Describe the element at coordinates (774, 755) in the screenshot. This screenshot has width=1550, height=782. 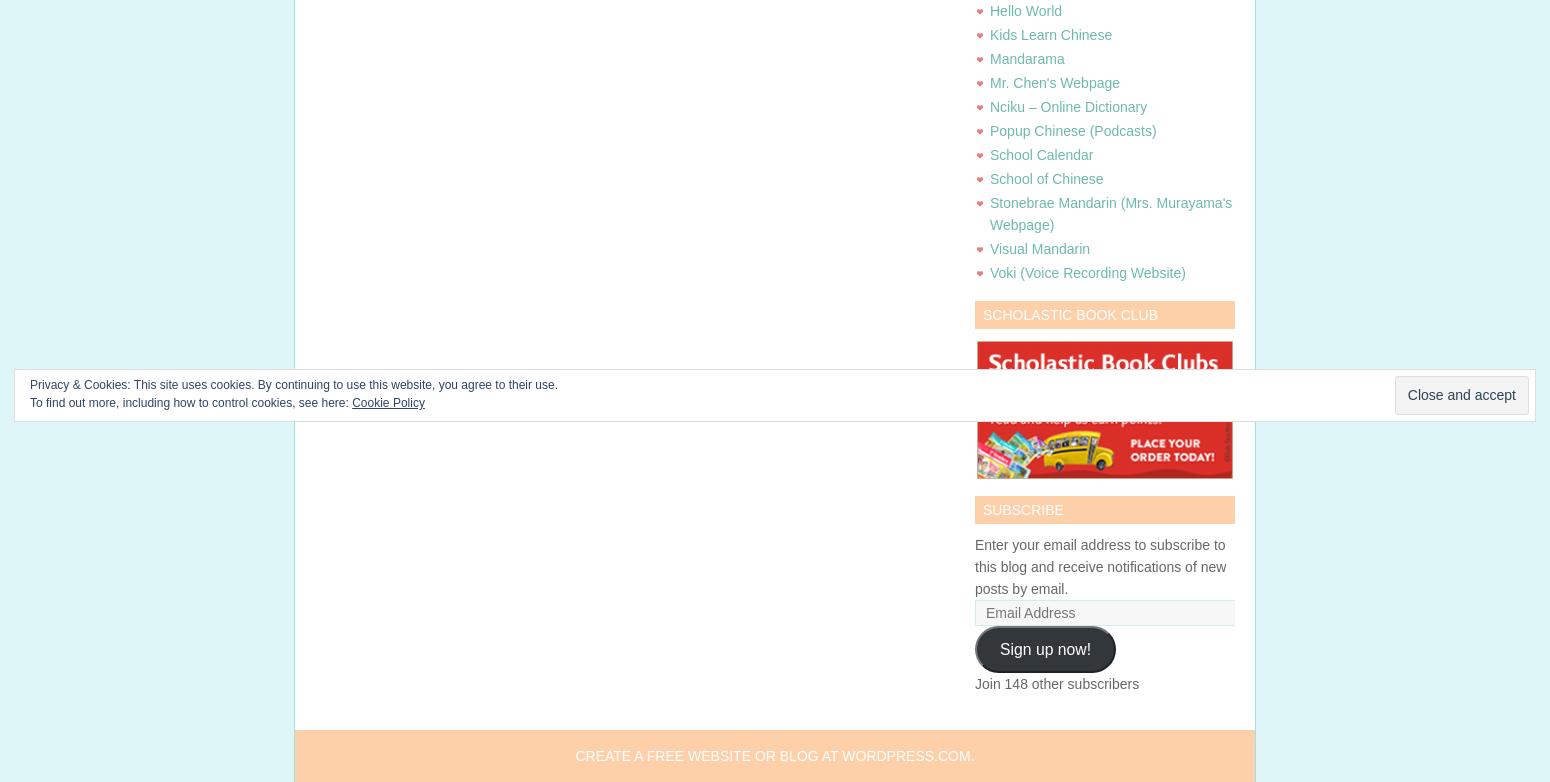
I see `'Create a free website or blog at WordPress.com.'` at that location.